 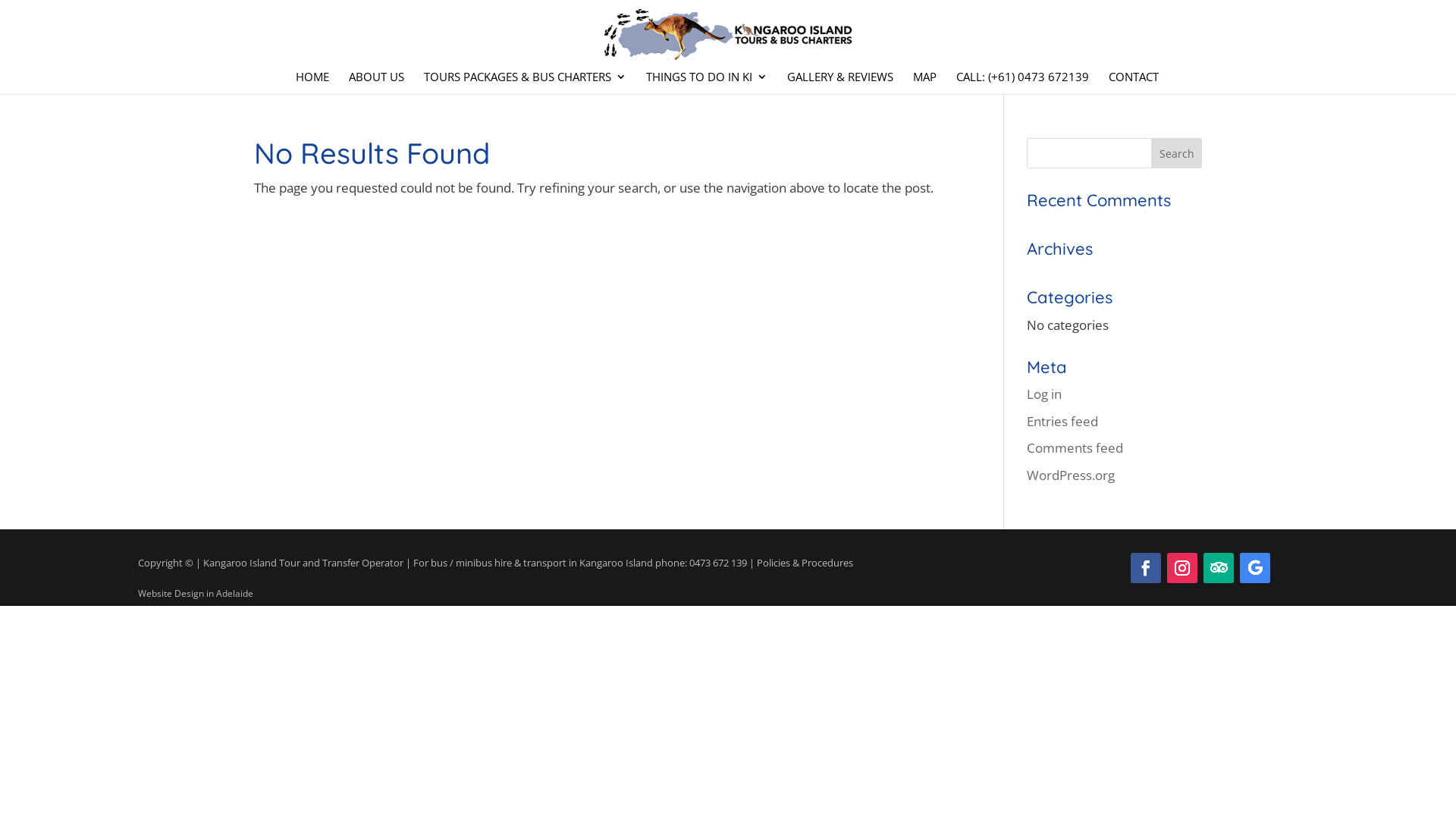 I want to click on 'GALLERY & REVIEWS', so click(x=786, y=82).